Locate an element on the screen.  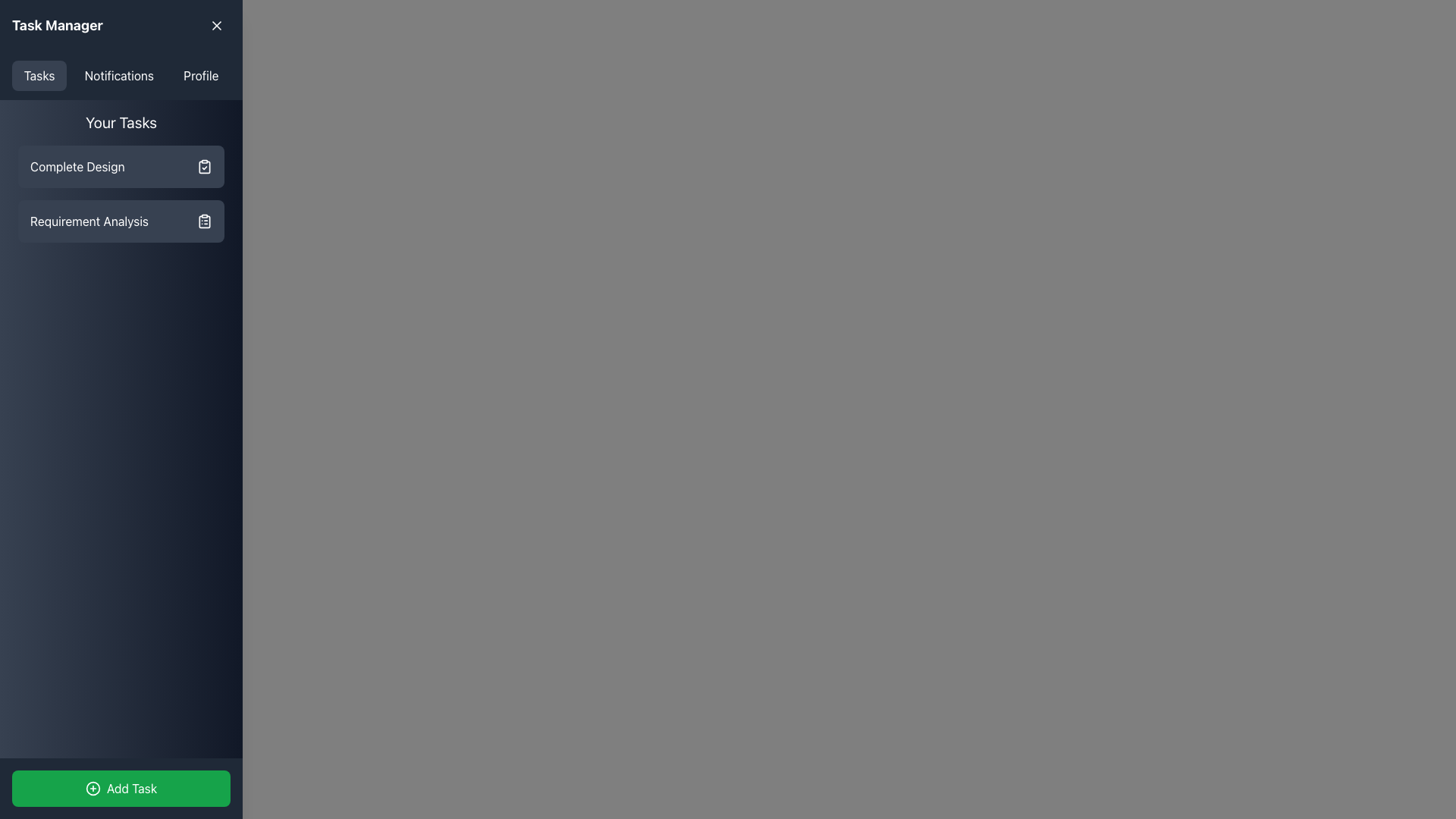
the 'Requirement Analysis' task entry in the 'Your Tasks' section of the sidebar menu is located at coordinates (120, 221).